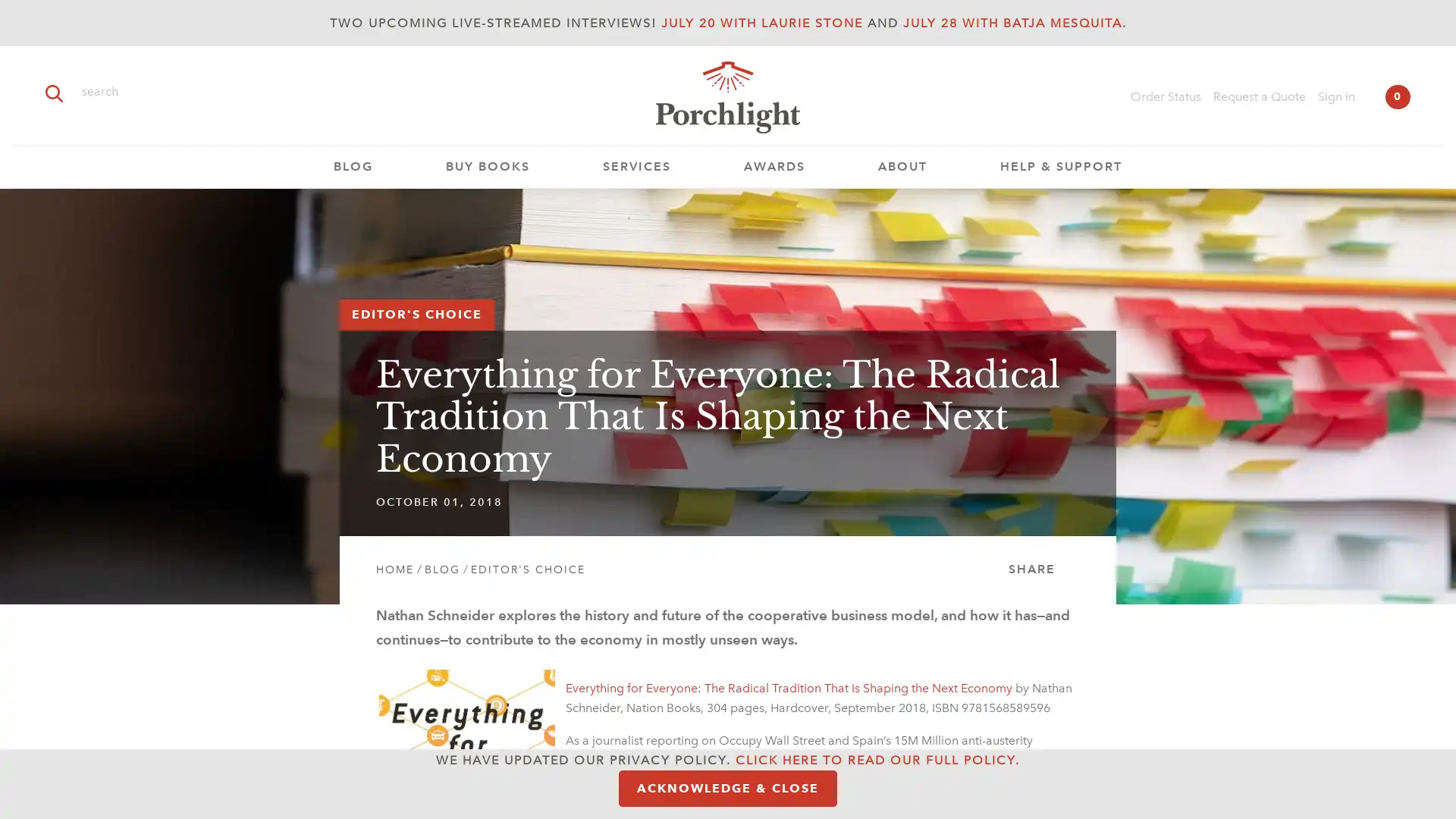 Image resolution: width=1456 pixels, height=819 pixels. What do you see at coordinates (1397, 96) in the screenshot?
I see `0` at bounding box center [1397, 96].